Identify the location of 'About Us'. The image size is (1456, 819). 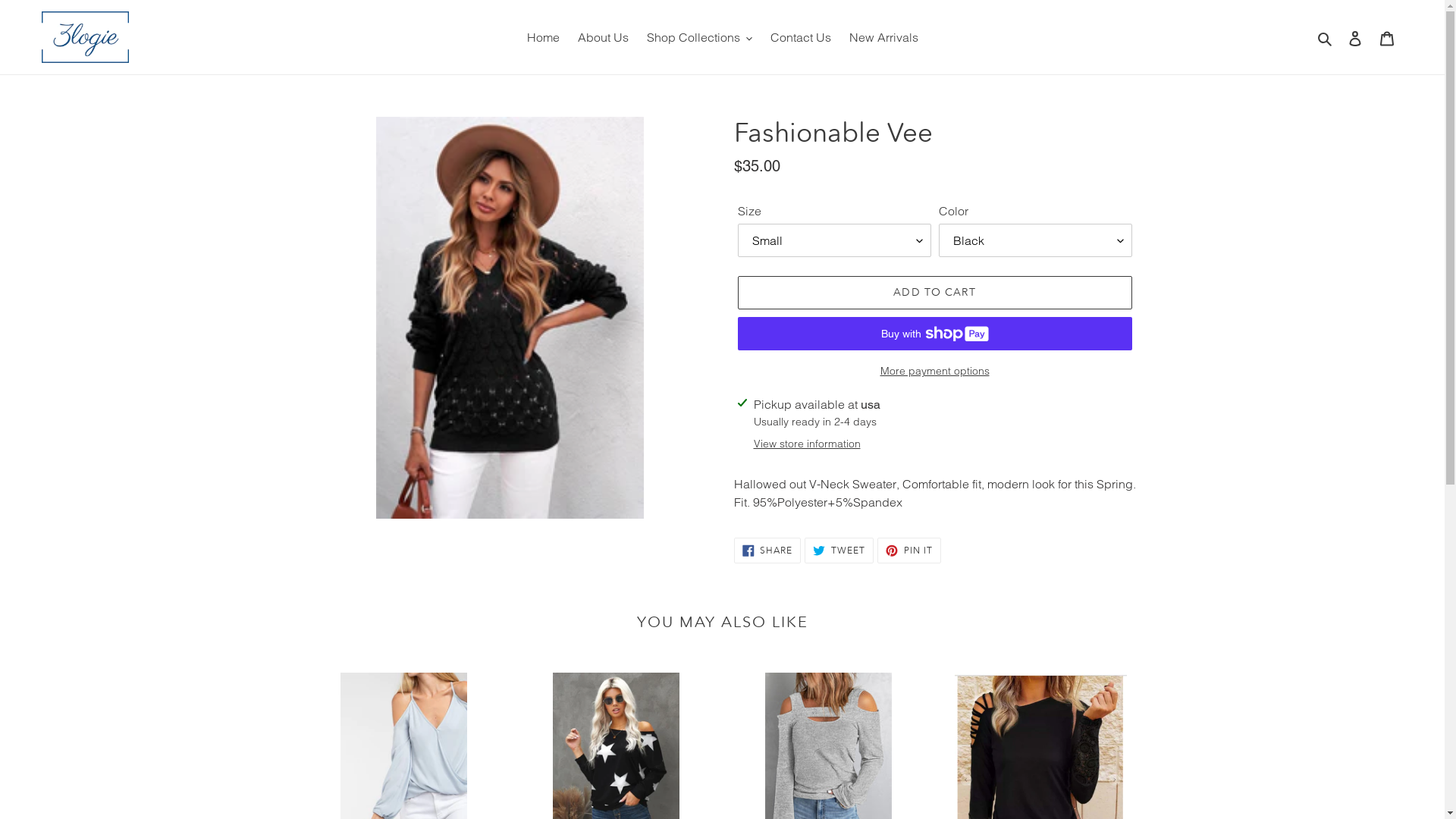
(602, 36).